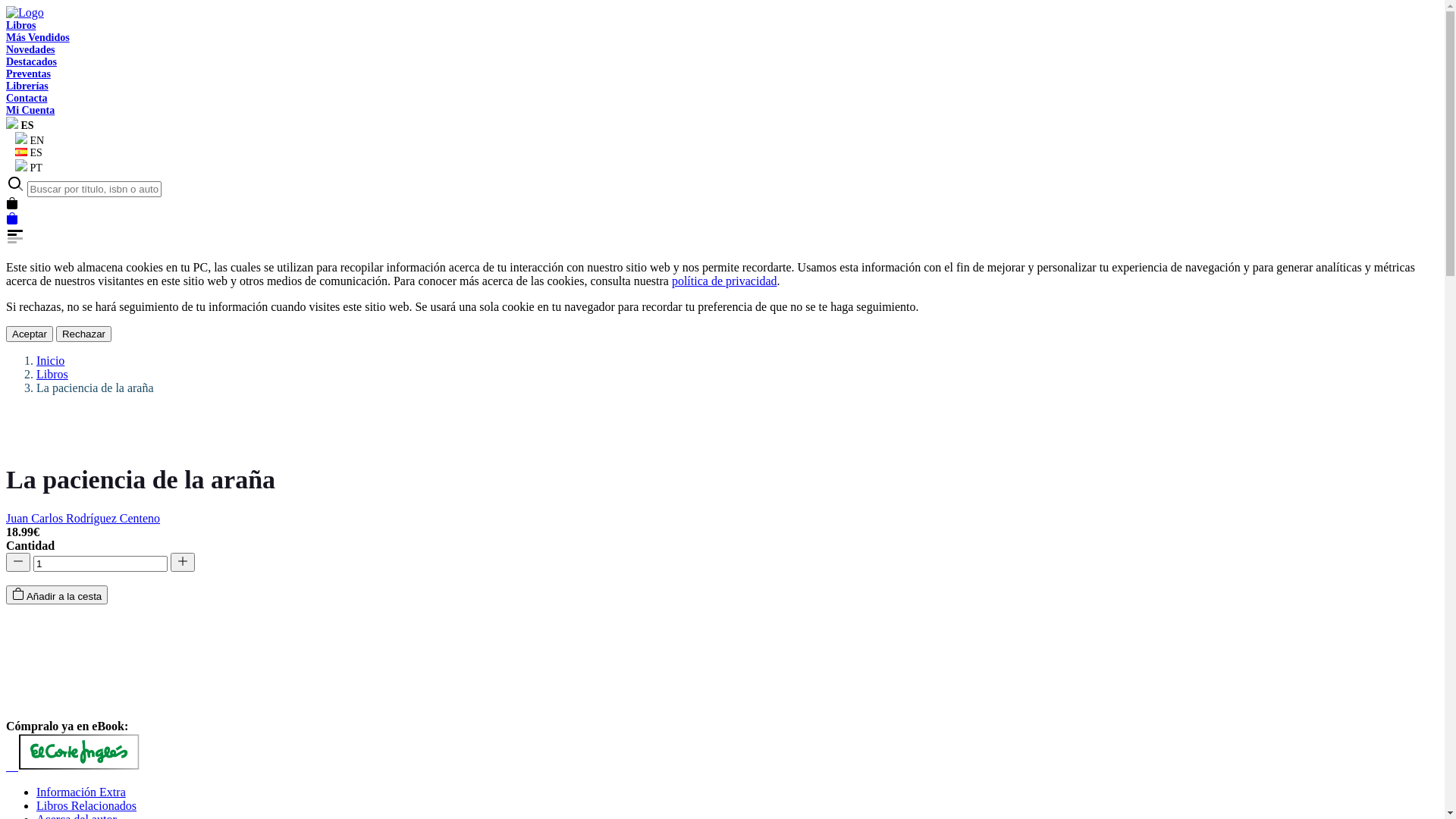 Image resolution: width=1456 pixels, height=819 pixels. I want to click on 'PT', so click(24, 168).